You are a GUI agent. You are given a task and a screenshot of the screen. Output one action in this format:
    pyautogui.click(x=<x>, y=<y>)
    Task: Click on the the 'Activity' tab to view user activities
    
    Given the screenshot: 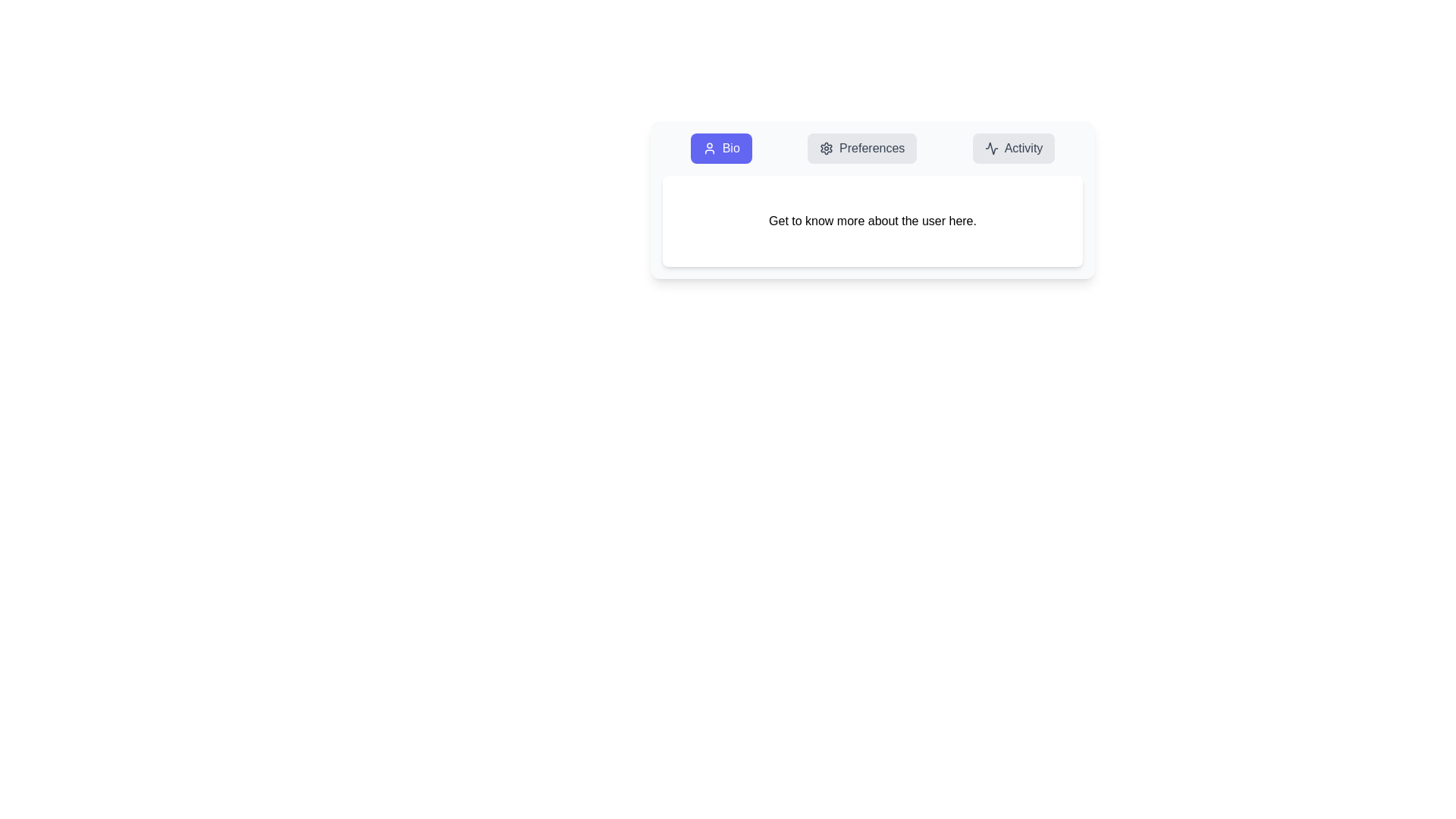 What is the action you would take?
    pyautogui.click(x=1014, y=149)
    